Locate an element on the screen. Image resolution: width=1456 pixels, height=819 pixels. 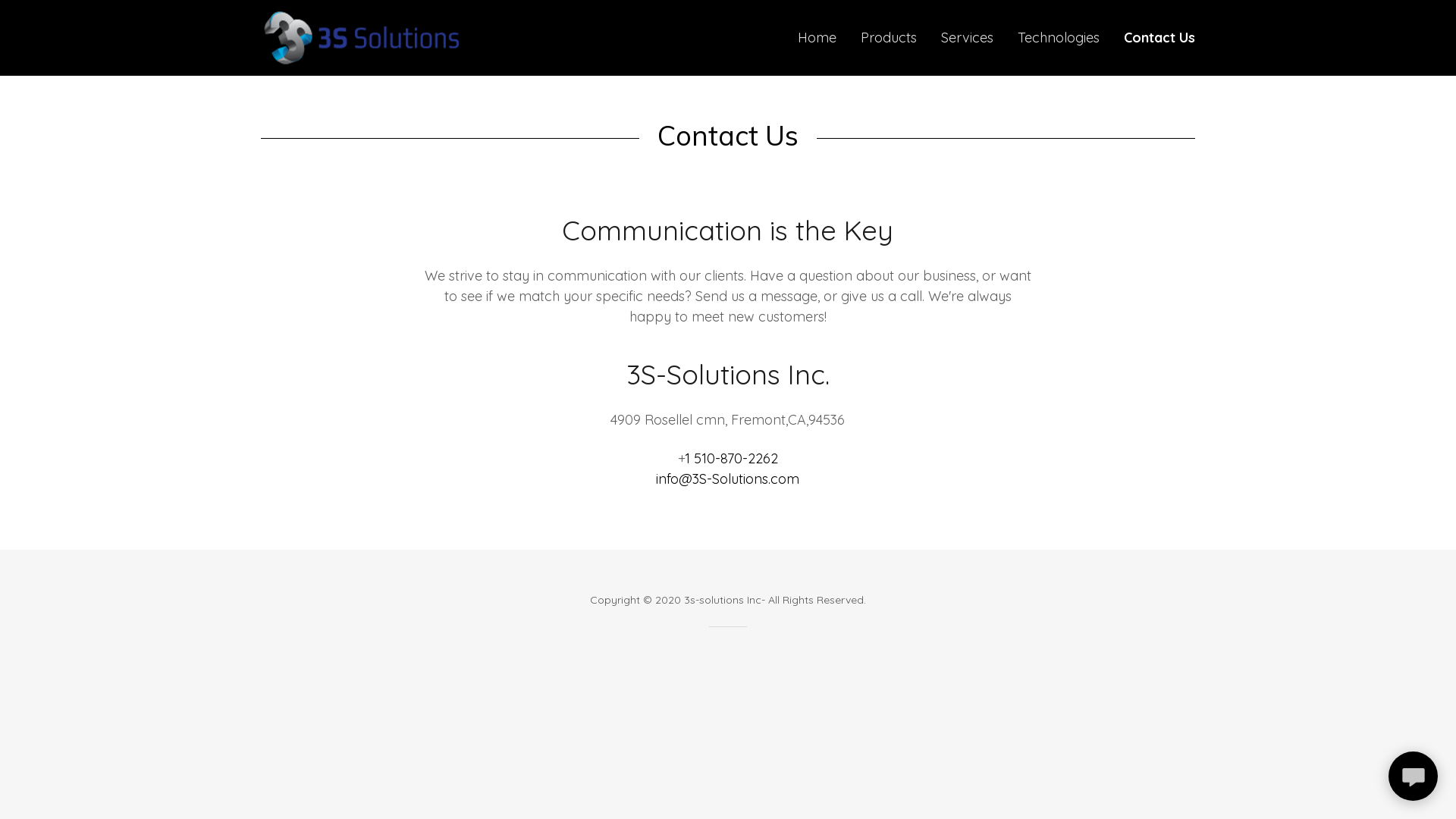
'Contact Us' is located at coordinates (1159, 37).